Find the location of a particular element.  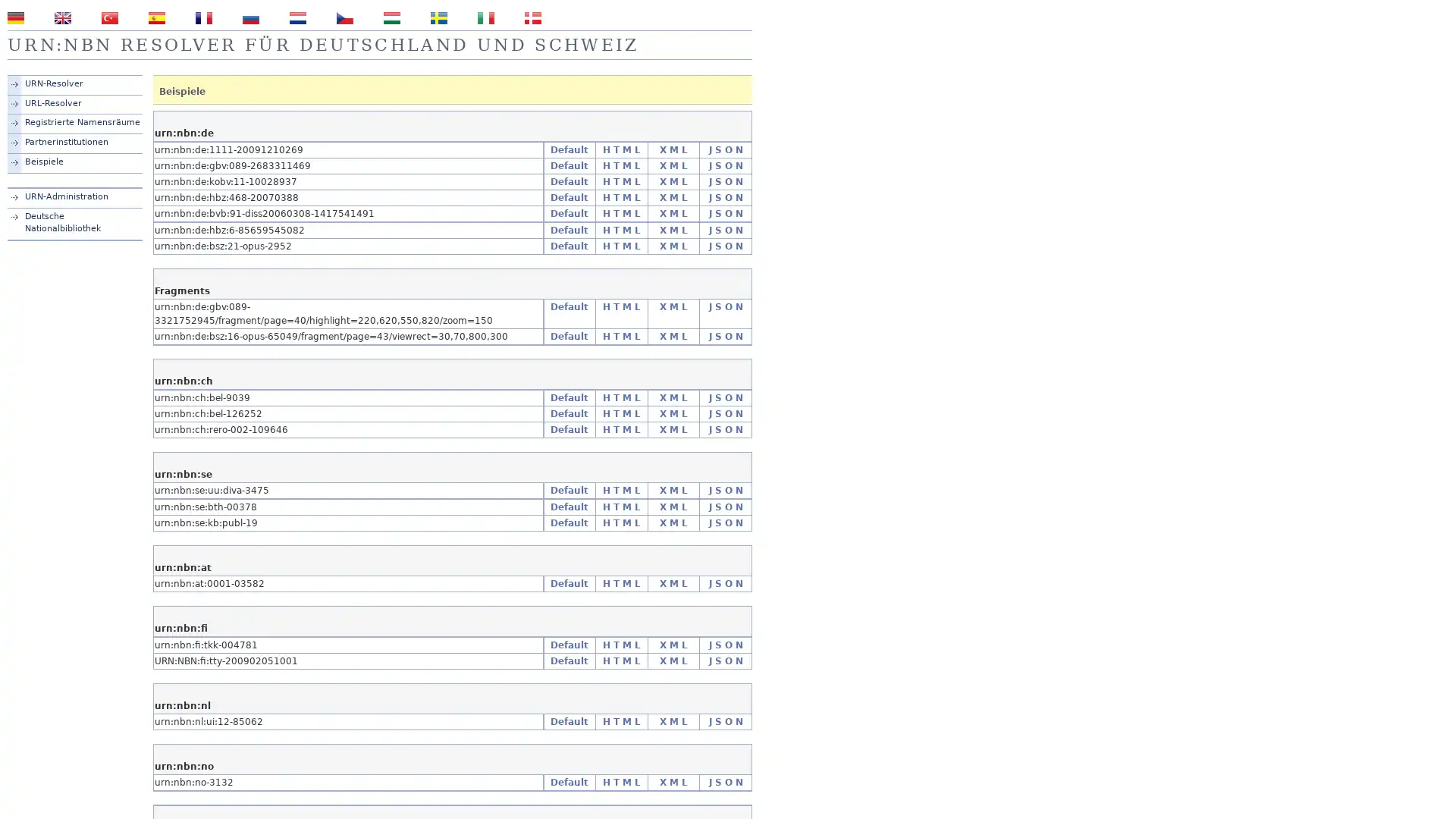

tr is located at coordinates (108, 17).